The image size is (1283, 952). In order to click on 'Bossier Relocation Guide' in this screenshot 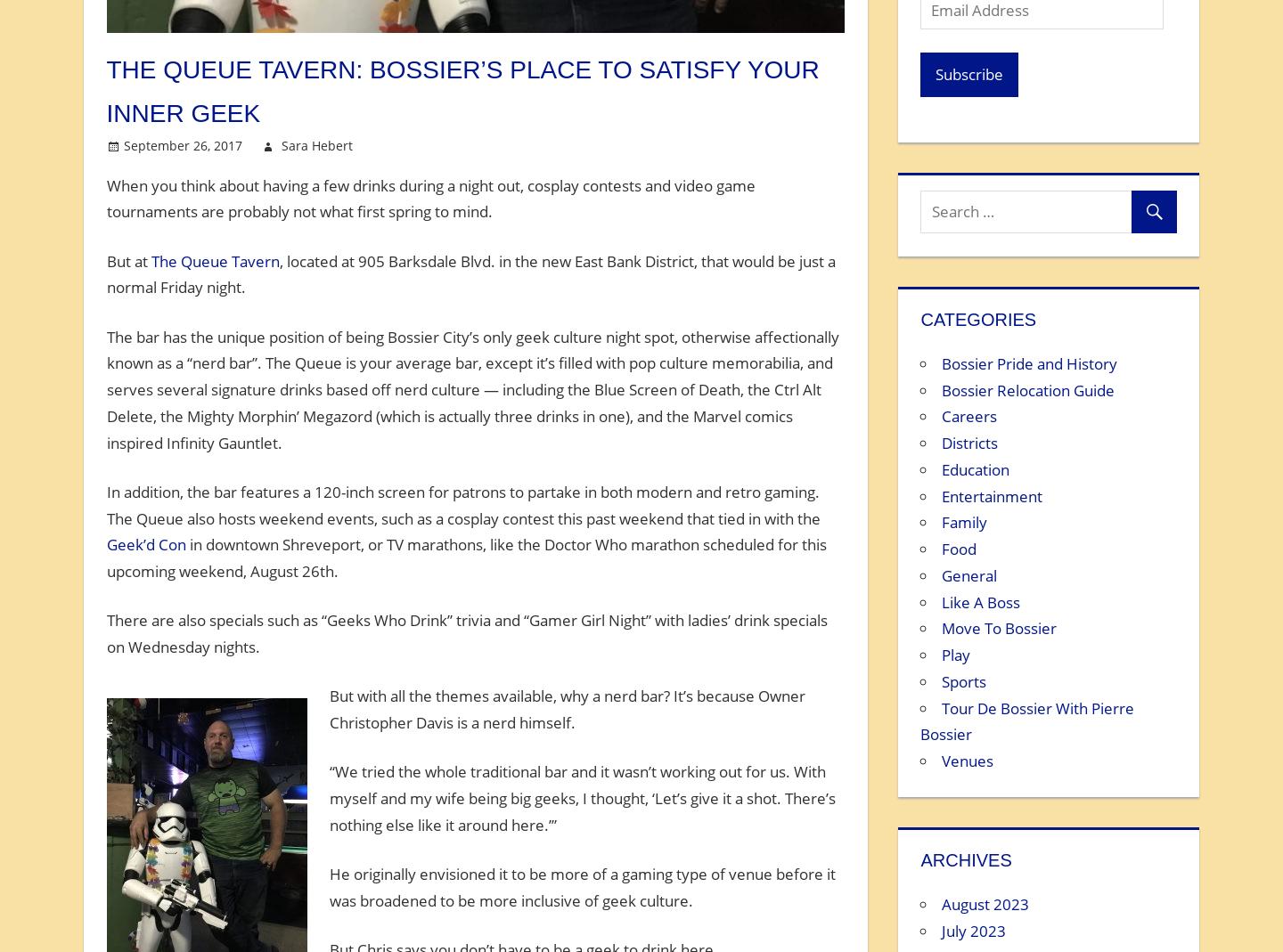, I will do `click(1028, 388)`.